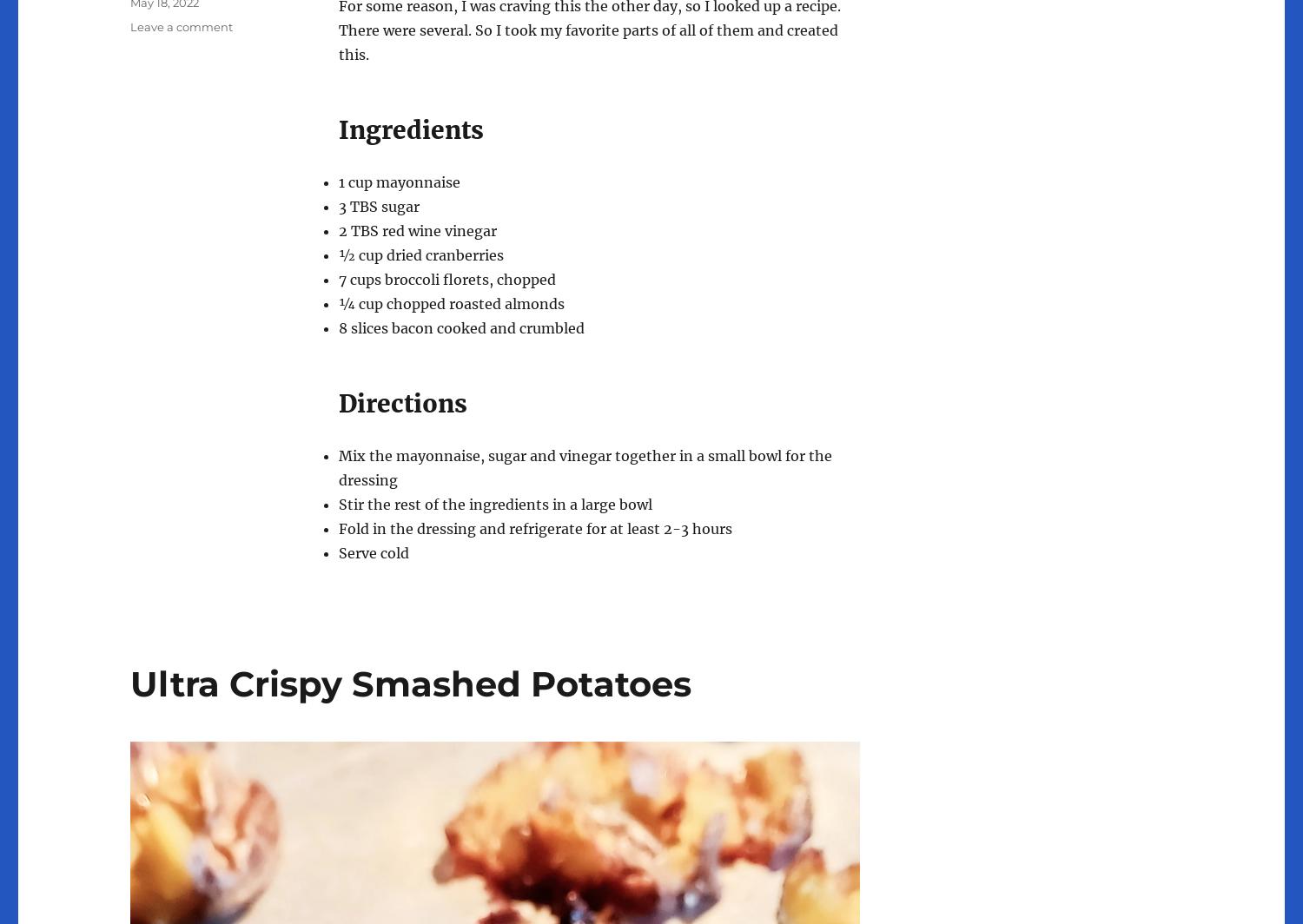  Describe the element at coordinates (461, 327) in the screenshot. I see `'8 slices bacon cooked and crumbled'` at that location.